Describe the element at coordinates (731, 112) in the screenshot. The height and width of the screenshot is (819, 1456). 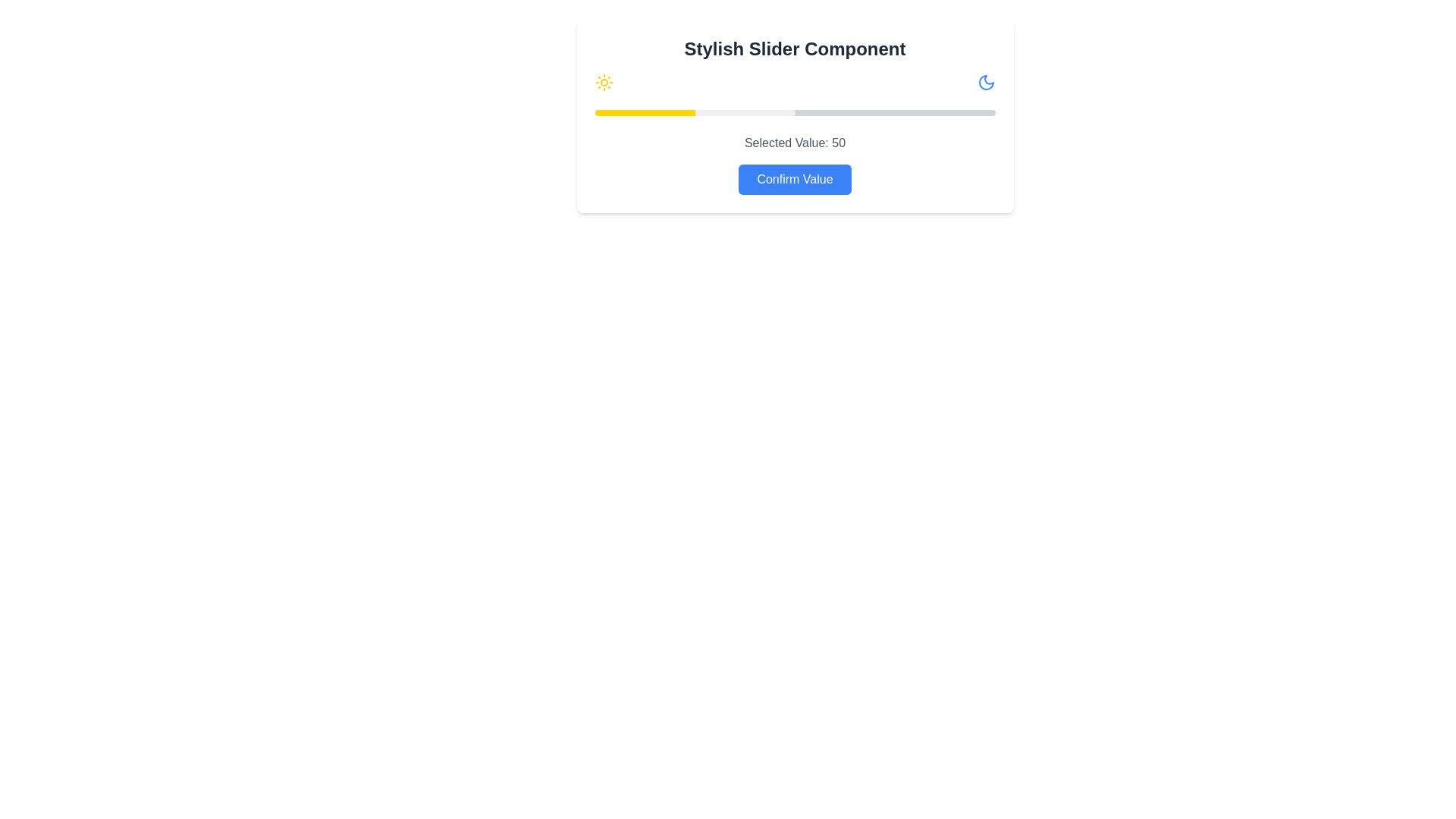
I see `the slider handle to set the value to 34` at that location.